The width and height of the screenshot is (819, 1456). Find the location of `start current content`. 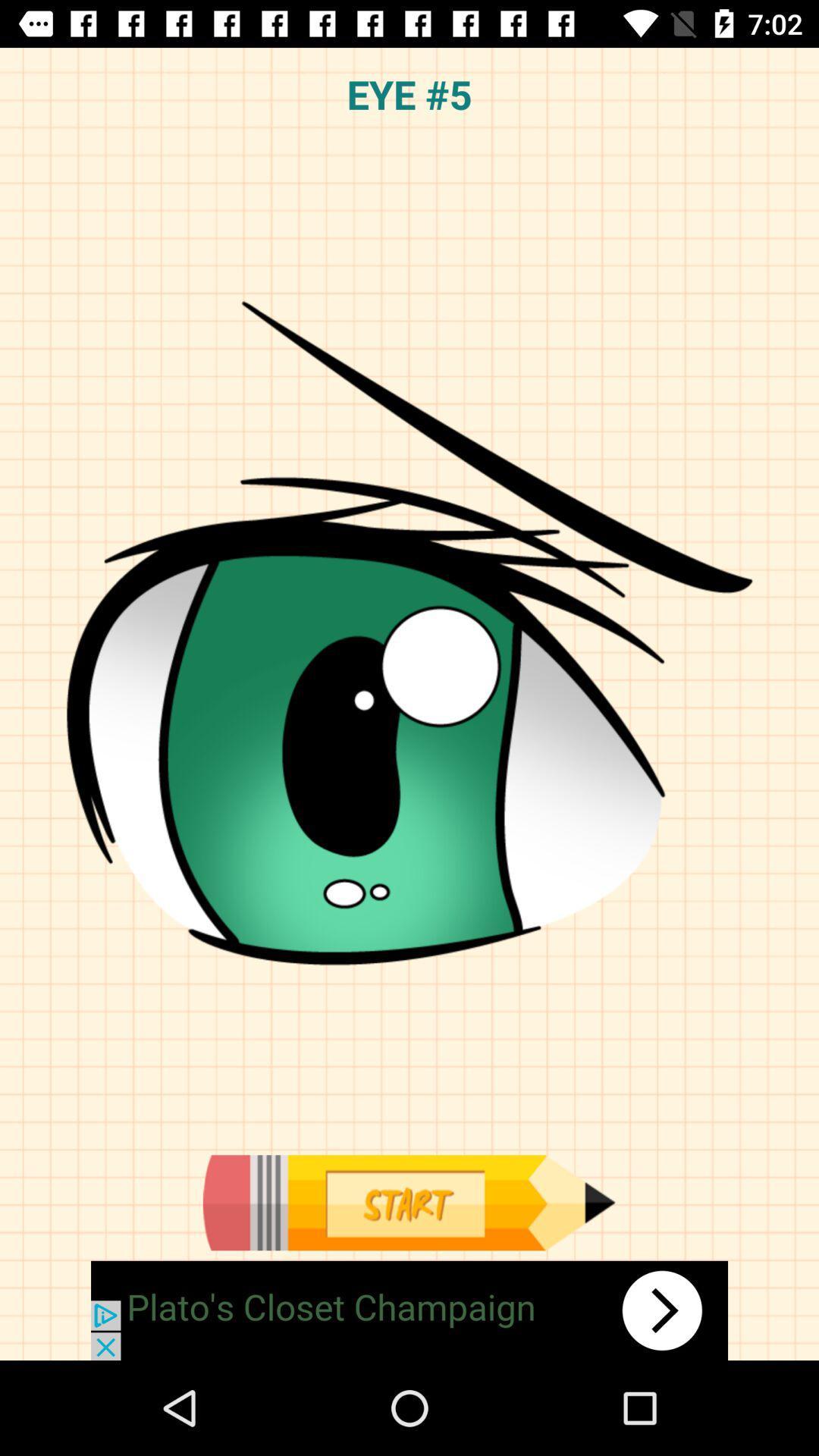

start current content is located at coordinates (408, 1202).